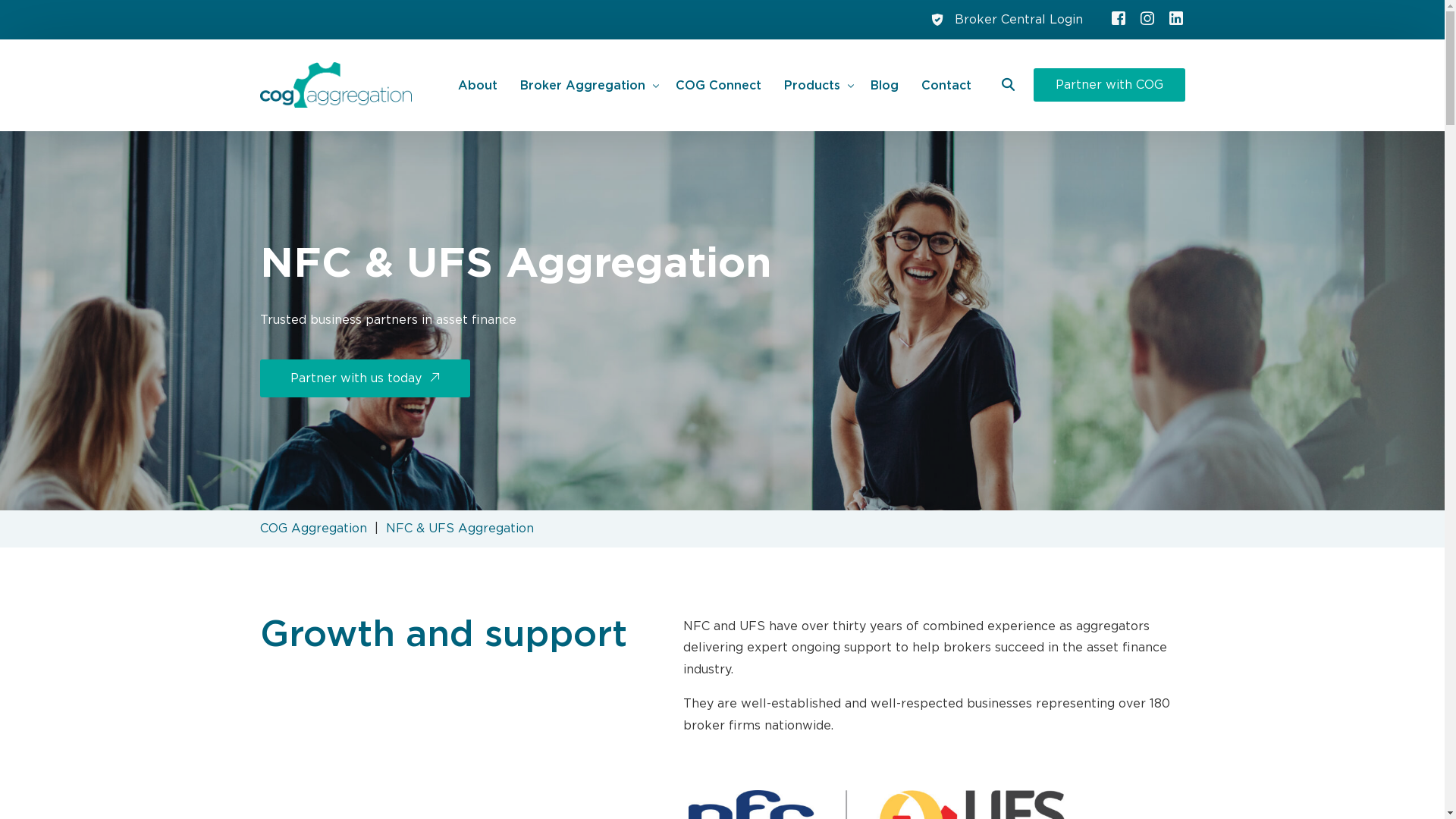 This screenshot has height=819, width=1456. What do you see at coordinates (364, 377) in the screenshot?
I see `'Partner with us today'` at bounding box center [364, 377].